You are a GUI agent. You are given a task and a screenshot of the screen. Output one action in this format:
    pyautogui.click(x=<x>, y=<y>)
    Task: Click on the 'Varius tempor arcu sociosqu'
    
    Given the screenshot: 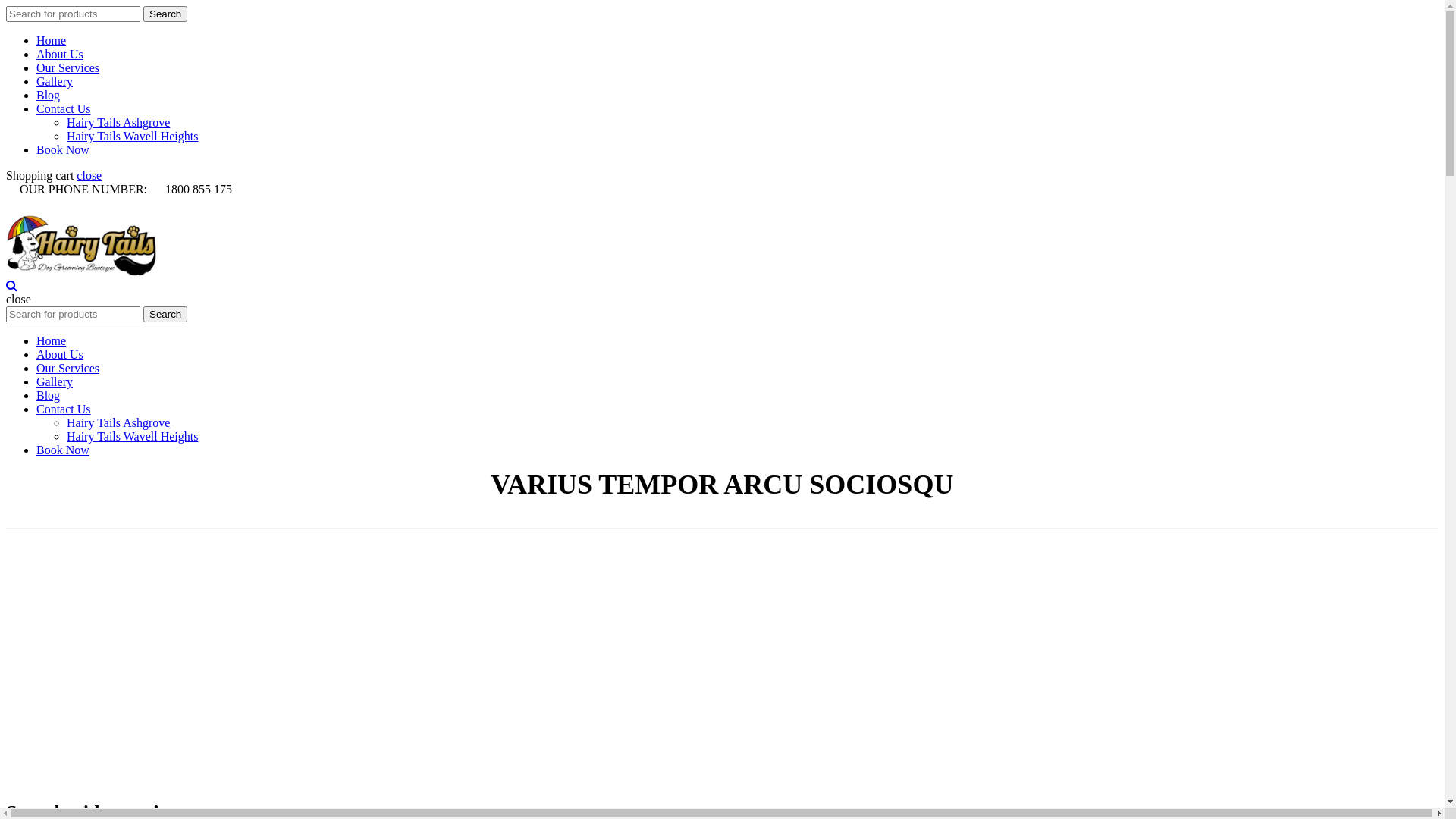 What is the action you would take?
    pyautogui.click(x=678, y=510)
    